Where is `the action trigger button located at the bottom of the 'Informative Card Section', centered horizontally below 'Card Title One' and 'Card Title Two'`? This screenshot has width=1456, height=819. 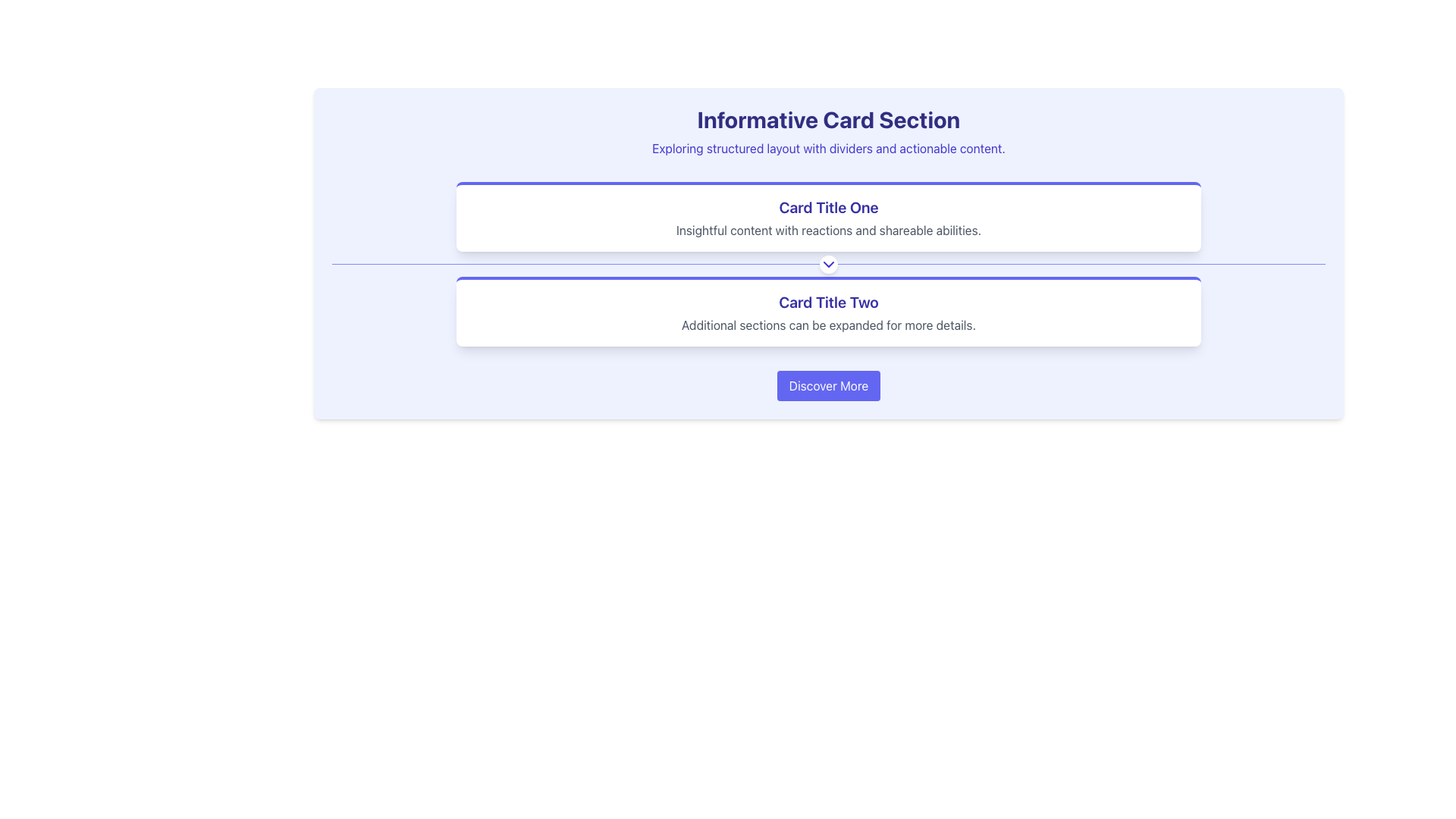
the action trigger button located at the bottom of the 'Informative Card Section', centered horizontally below 'Card Title One' and 'Card Title Two' is located at coordinates (828, 385).